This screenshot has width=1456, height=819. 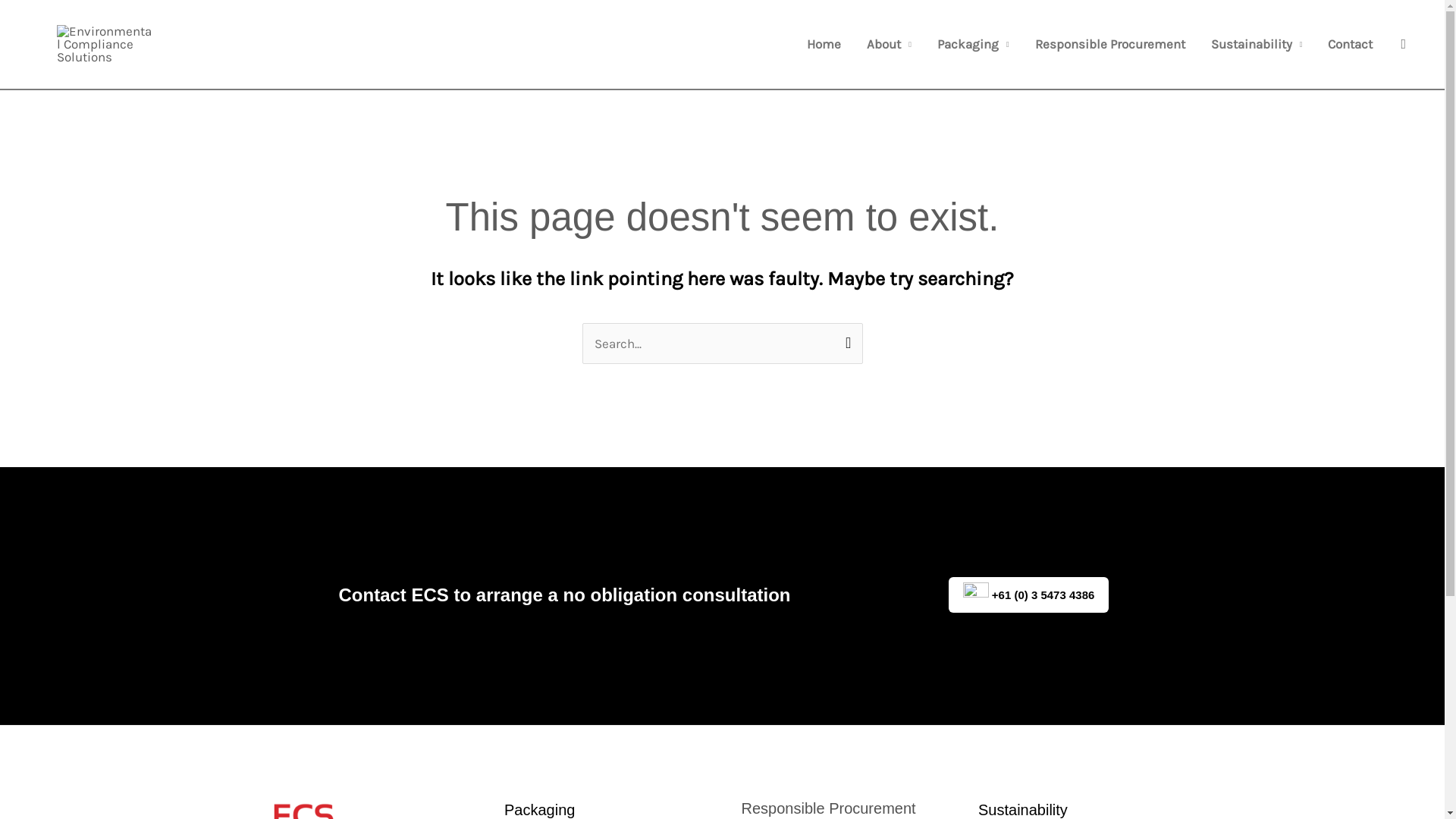 What do you see at coordinates (1257, 43) in the screenshot?
I see `'Sustainability'` at bounding box center [1257, 43].